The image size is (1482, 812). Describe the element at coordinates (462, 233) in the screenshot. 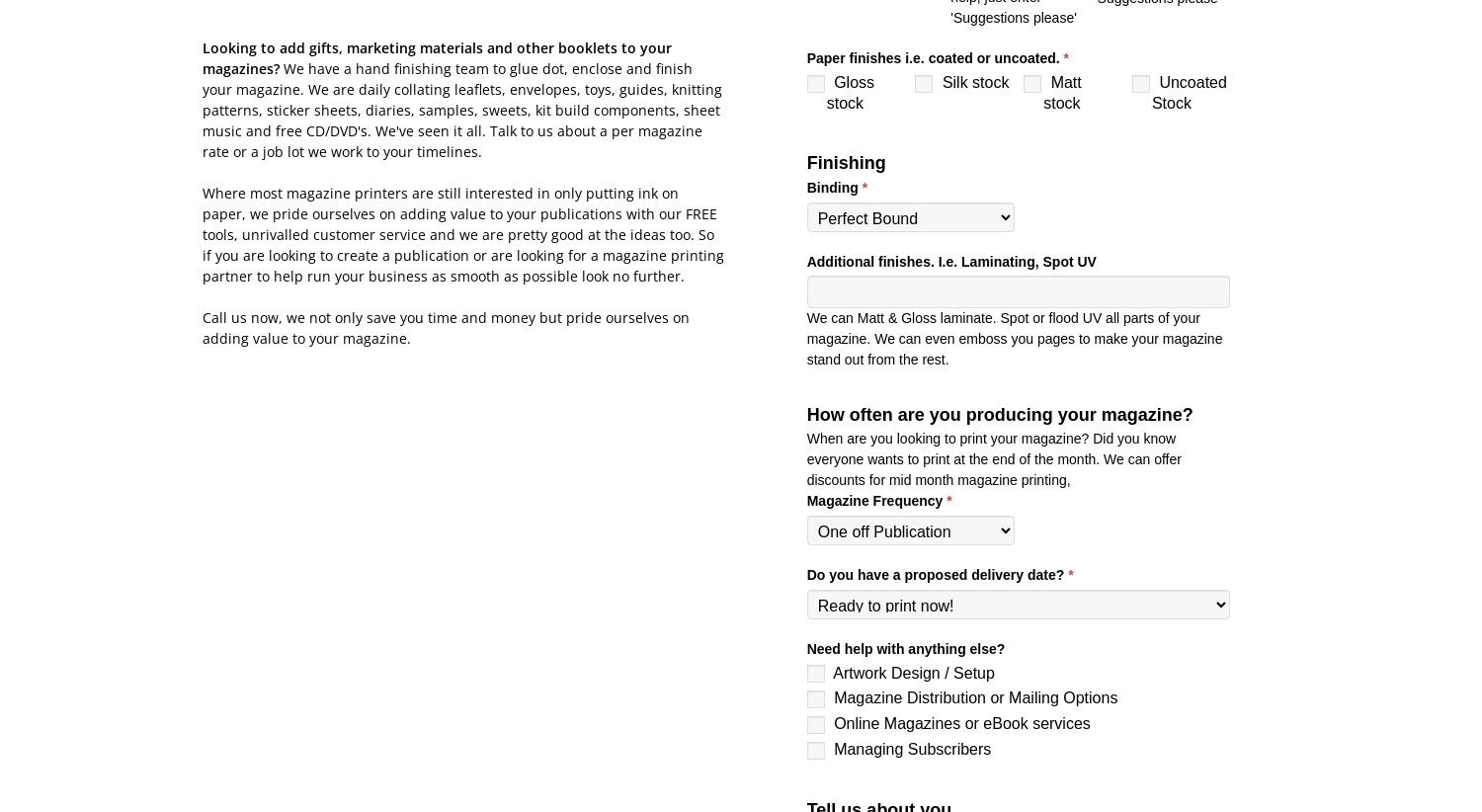

I see `'Where most magazine printers are still interested in only putting ink on paper, we pride ourselves on adding value to your publications with our FREE tools, unrivalled customer service and we are pretty good at the ideas too. So if you are looking to create a publication or are looking for a magazine printing partner to help run your business as smooth as possible look no further.'` at that location.